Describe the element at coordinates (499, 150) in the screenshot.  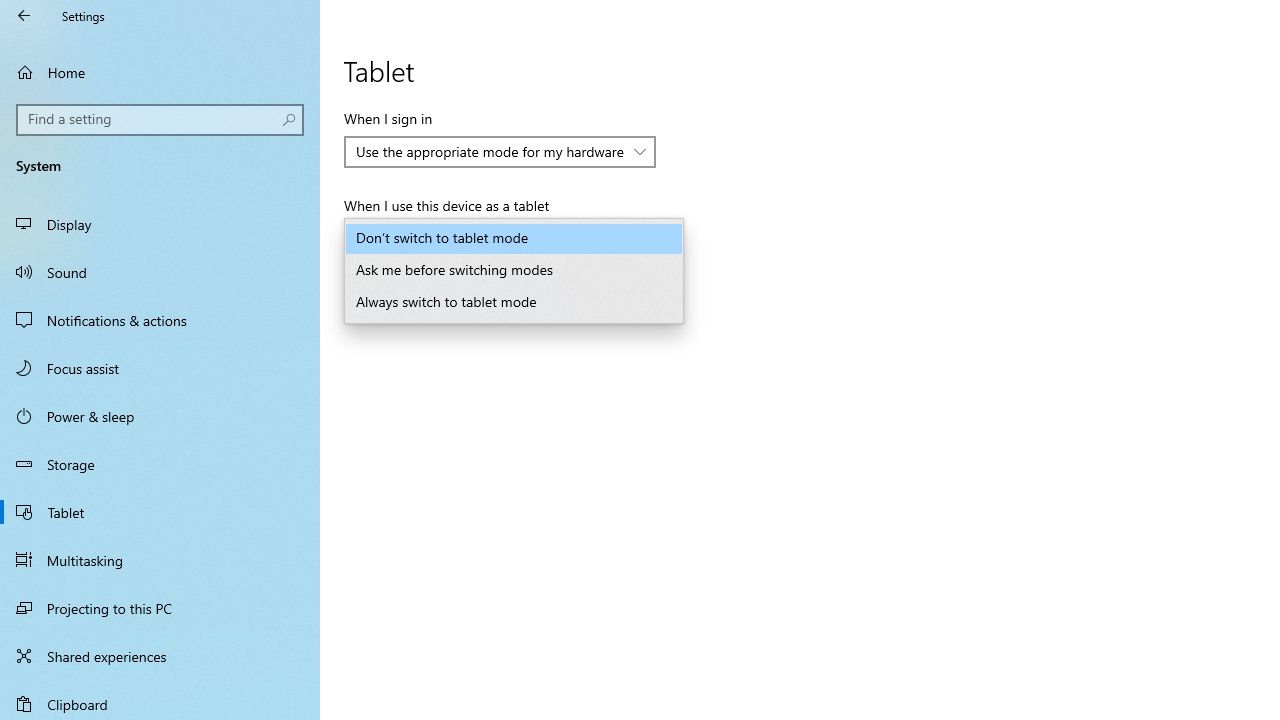
I see `'When I sign in'` at that location.